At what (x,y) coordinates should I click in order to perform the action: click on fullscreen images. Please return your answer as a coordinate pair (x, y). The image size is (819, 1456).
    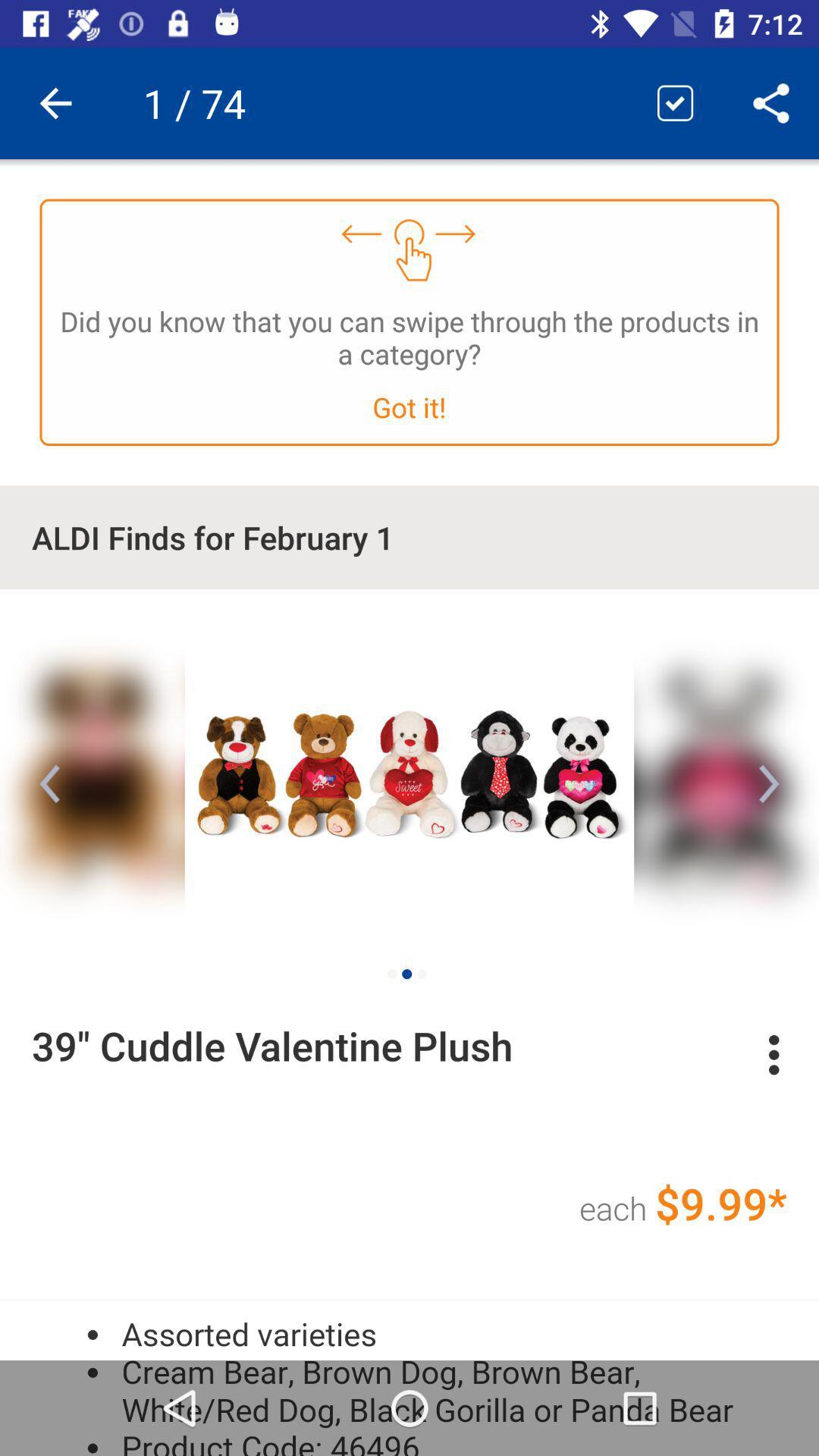
    Looking at the image, I should click on (409, 771).